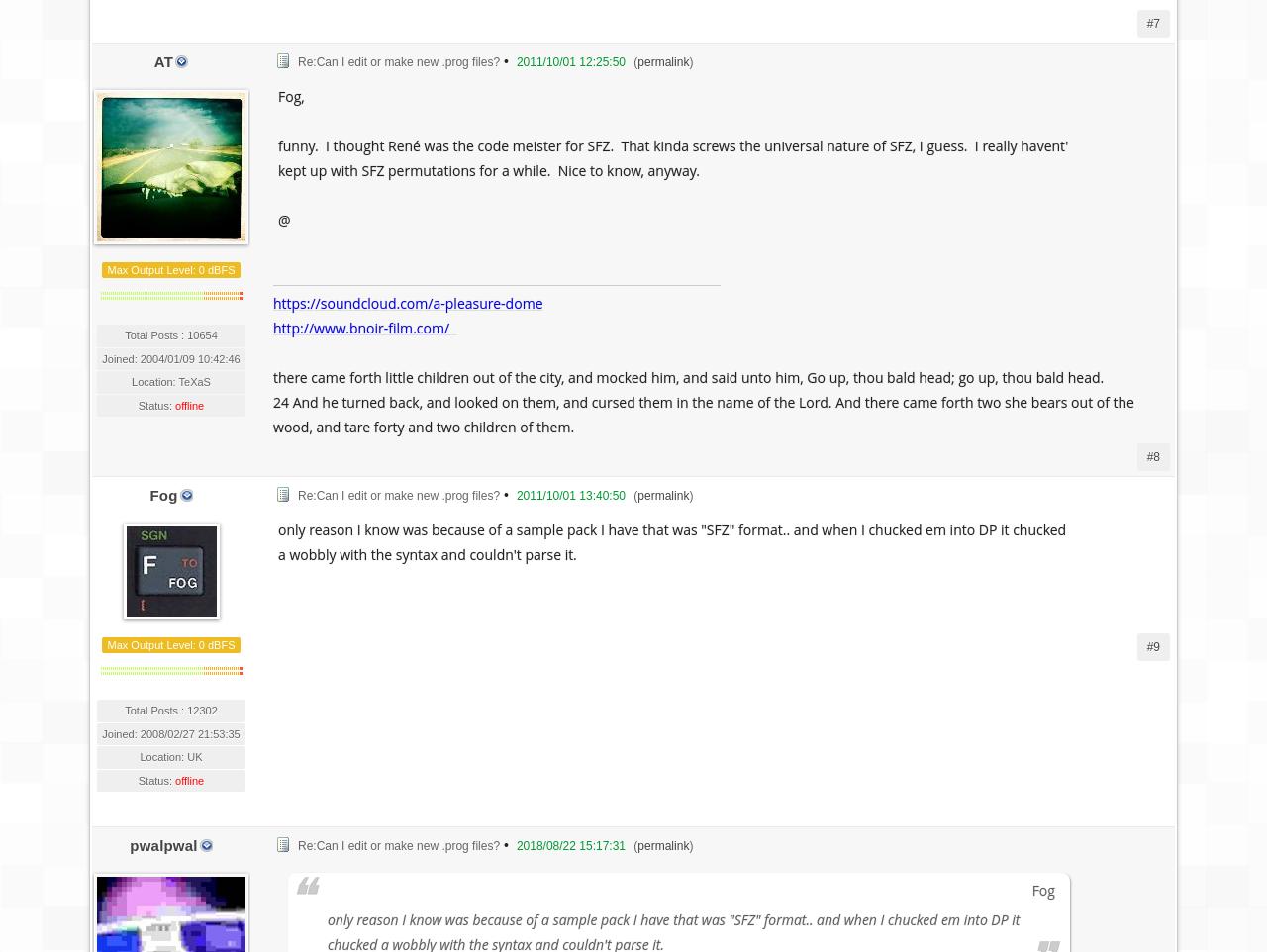 The width and height of the screenshot is (1267, 952). What do you see at coordinates (290, 95) in the screenshot?
I see `'Fog,'` at bounding box center [290, 95].